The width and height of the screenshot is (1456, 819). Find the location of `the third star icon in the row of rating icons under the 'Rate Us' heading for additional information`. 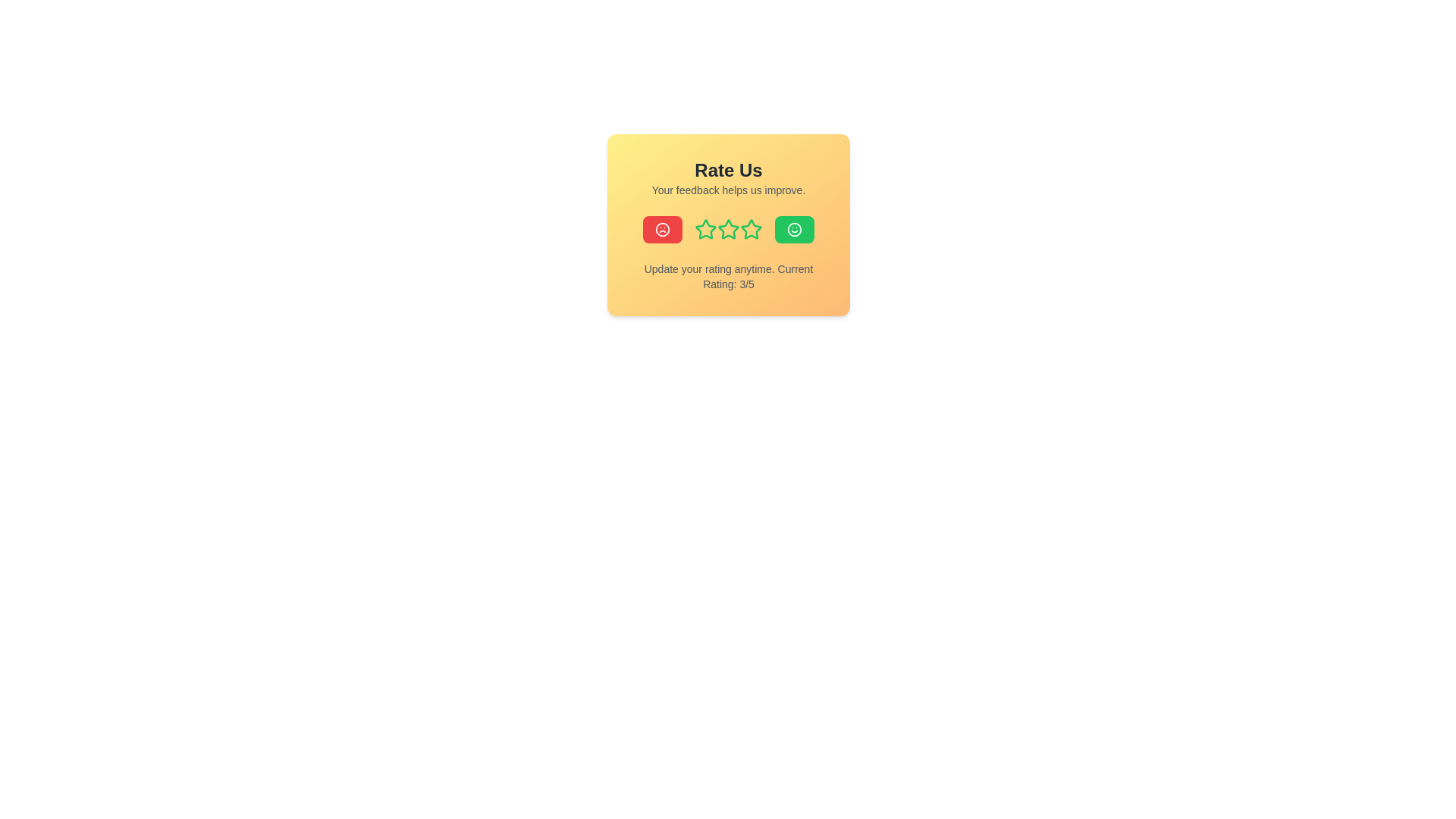

the third star icon in the row of rating icons under the 'Rate Us' heading for additional information is located at coordinates (705, 229).